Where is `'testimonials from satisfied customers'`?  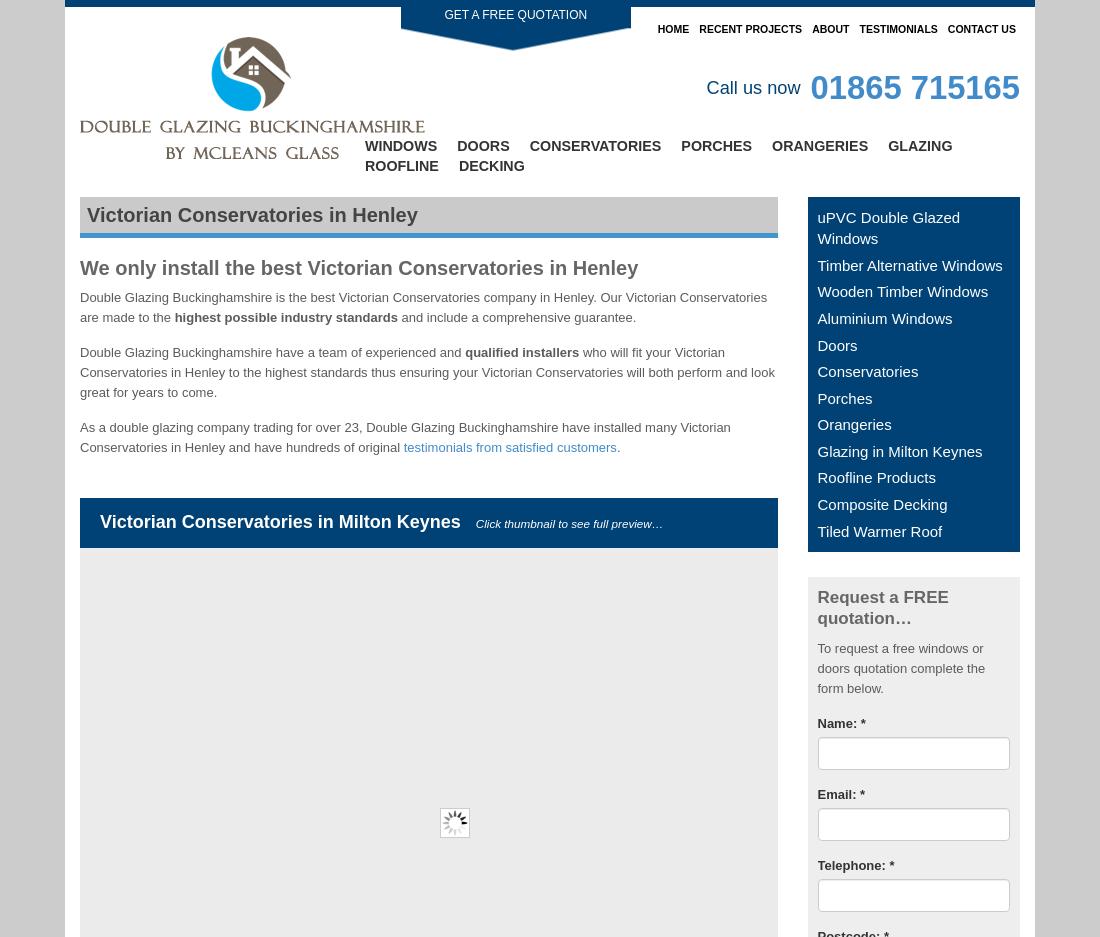
'testimonials from satisfied customers' is located at coordinates (403, 445).